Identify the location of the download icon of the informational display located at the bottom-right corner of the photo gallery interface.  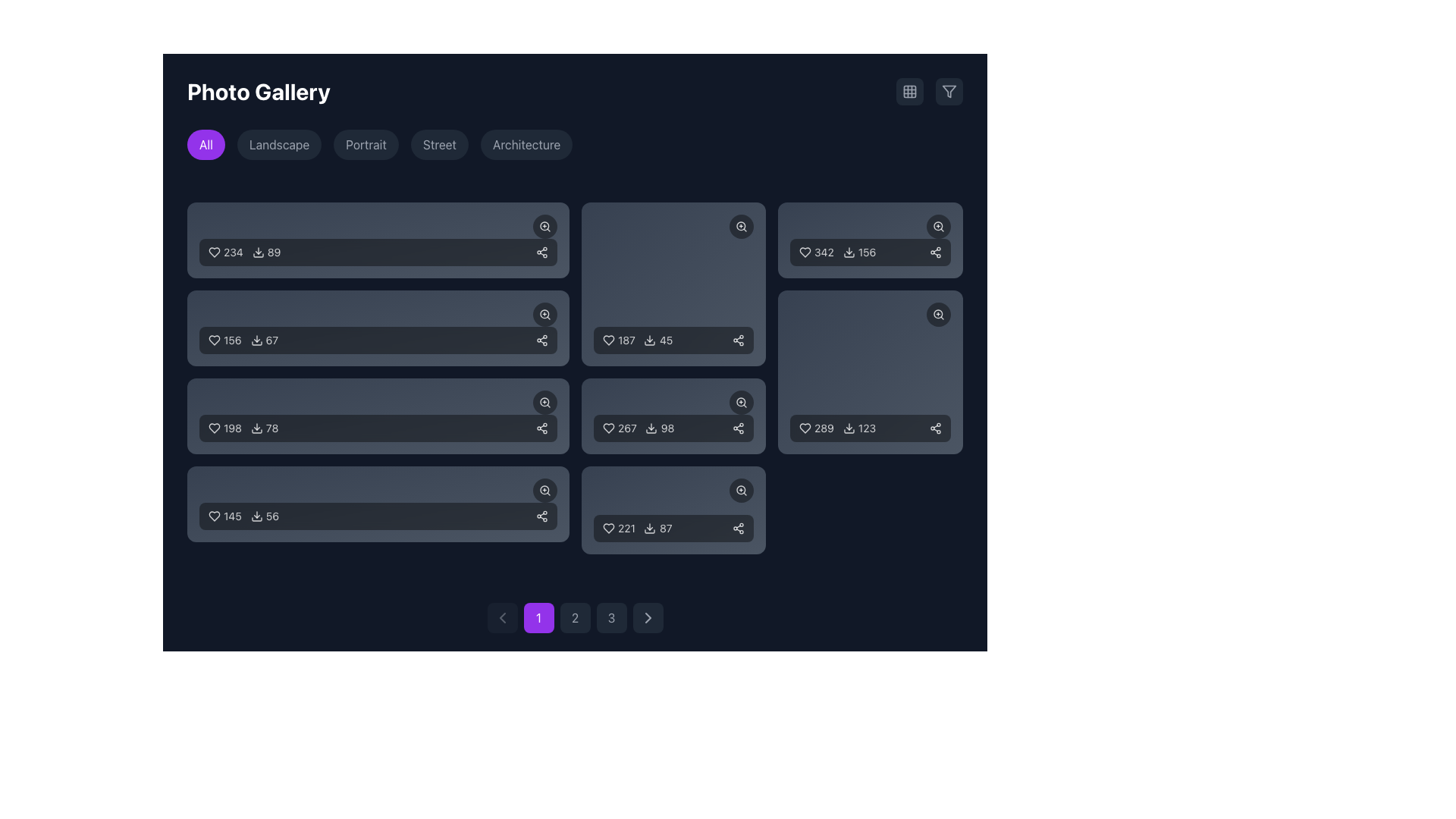
(871, 428).